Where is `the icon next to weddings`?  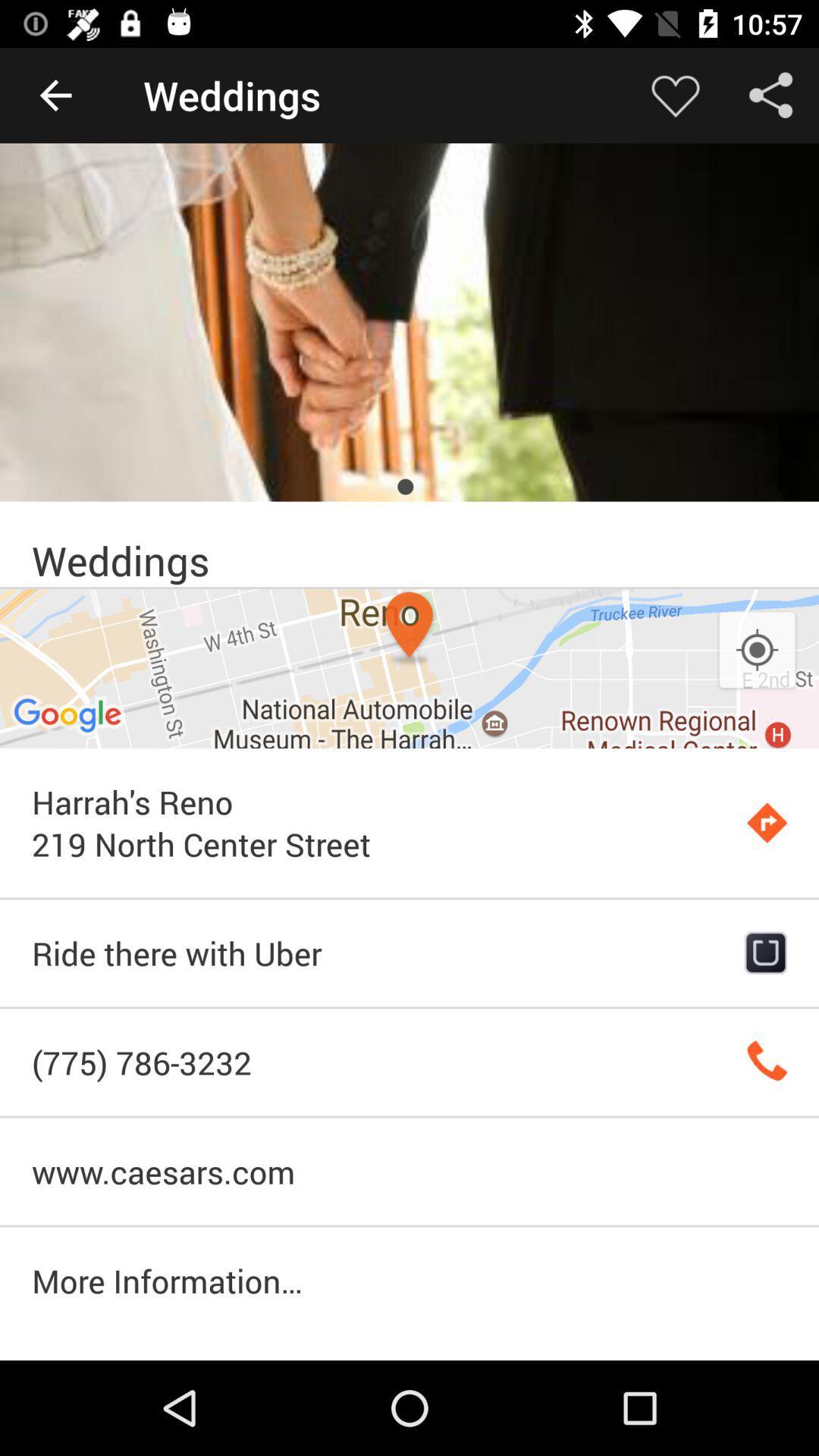
the icon next to weddings is located at coordinates (675, 94).